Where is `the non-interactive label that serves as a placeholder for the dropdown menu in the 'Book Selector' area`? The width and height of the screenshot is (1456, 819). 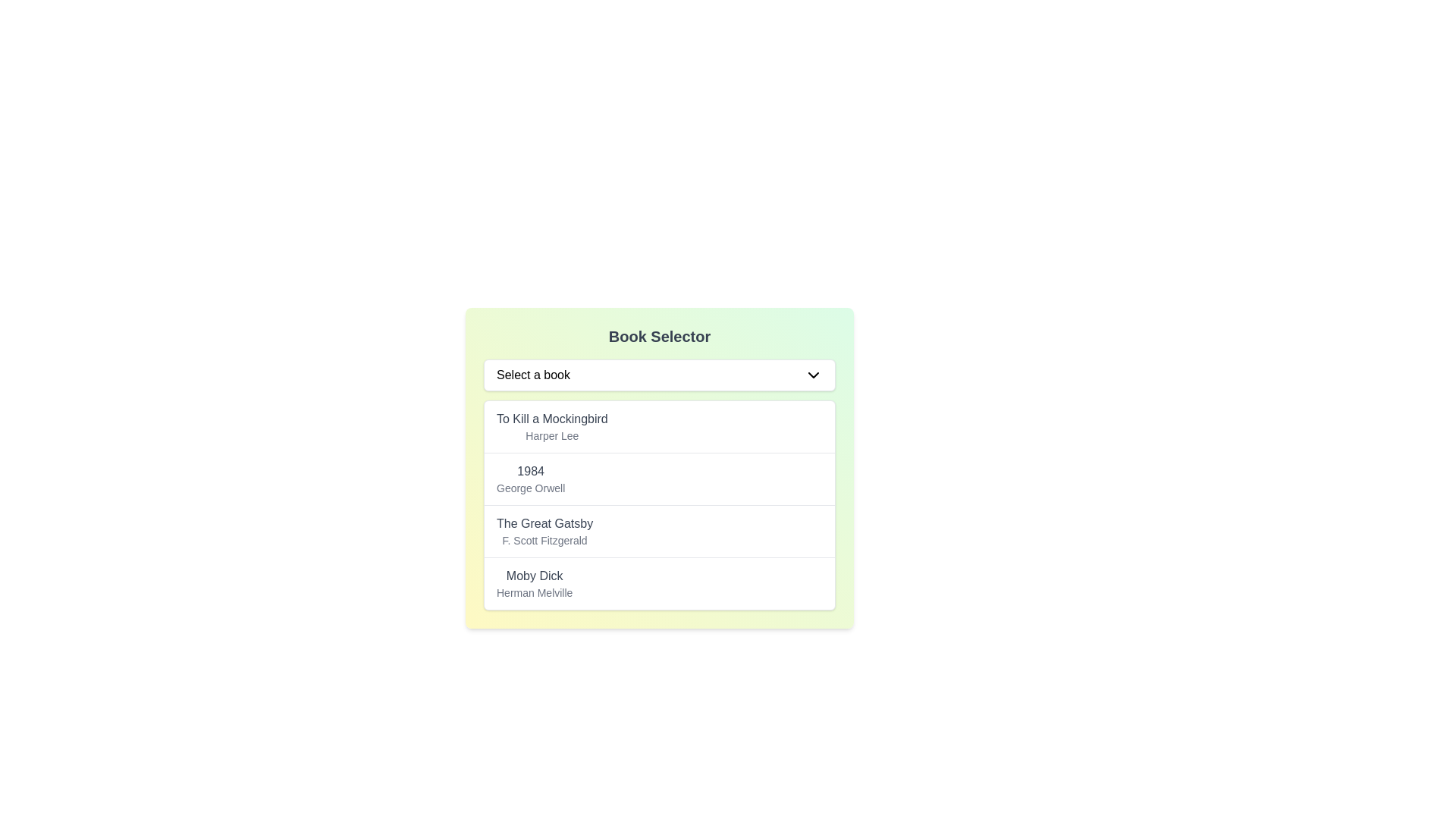 the non-interactive label that serves as a placeholder for the dropdown menu in the 'Book Selector' area is located at coordinates (533, 375).